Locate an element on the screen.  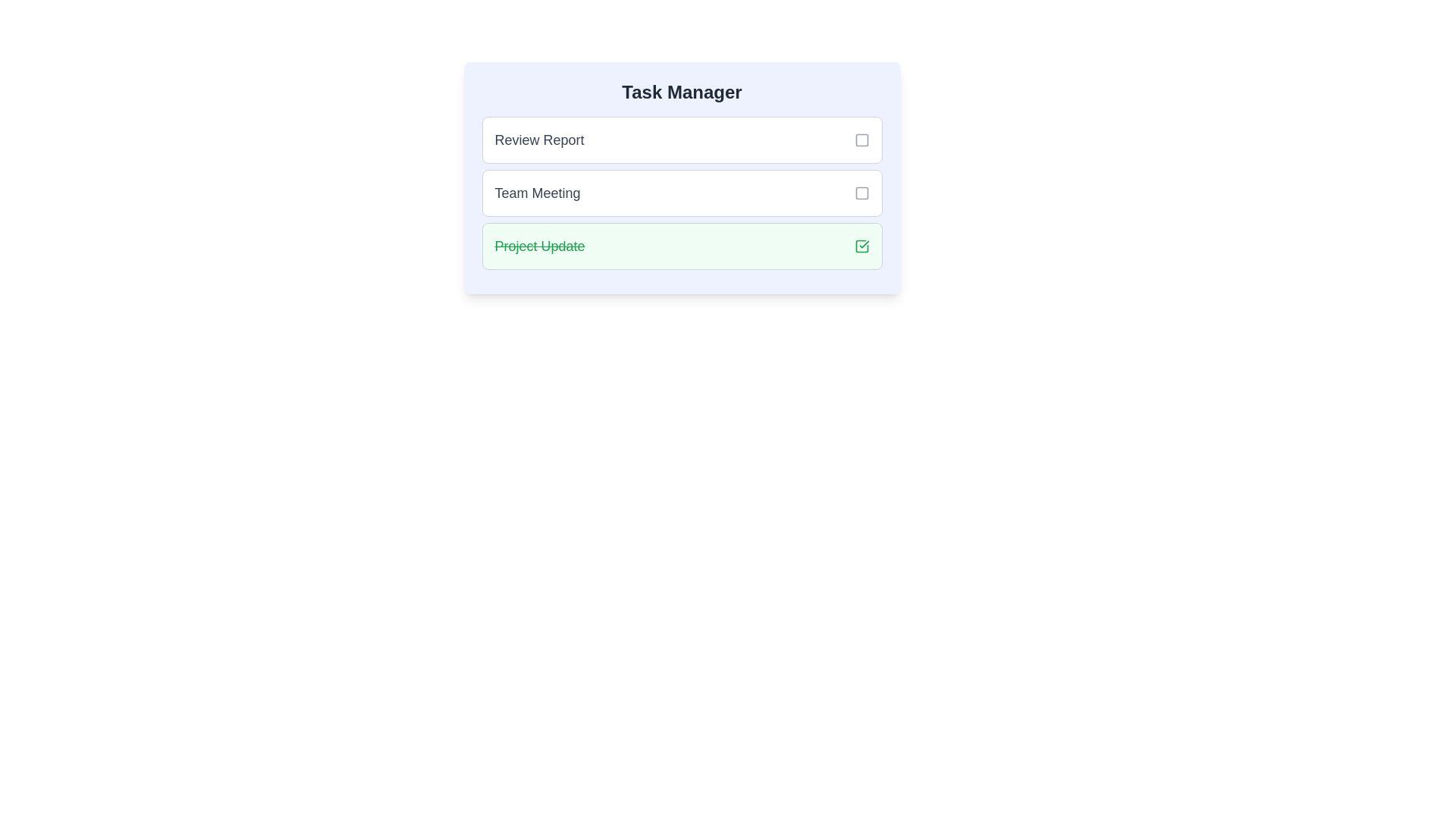
the text field displaying the completed task title in the third task item is located at coordinates (540, 245).